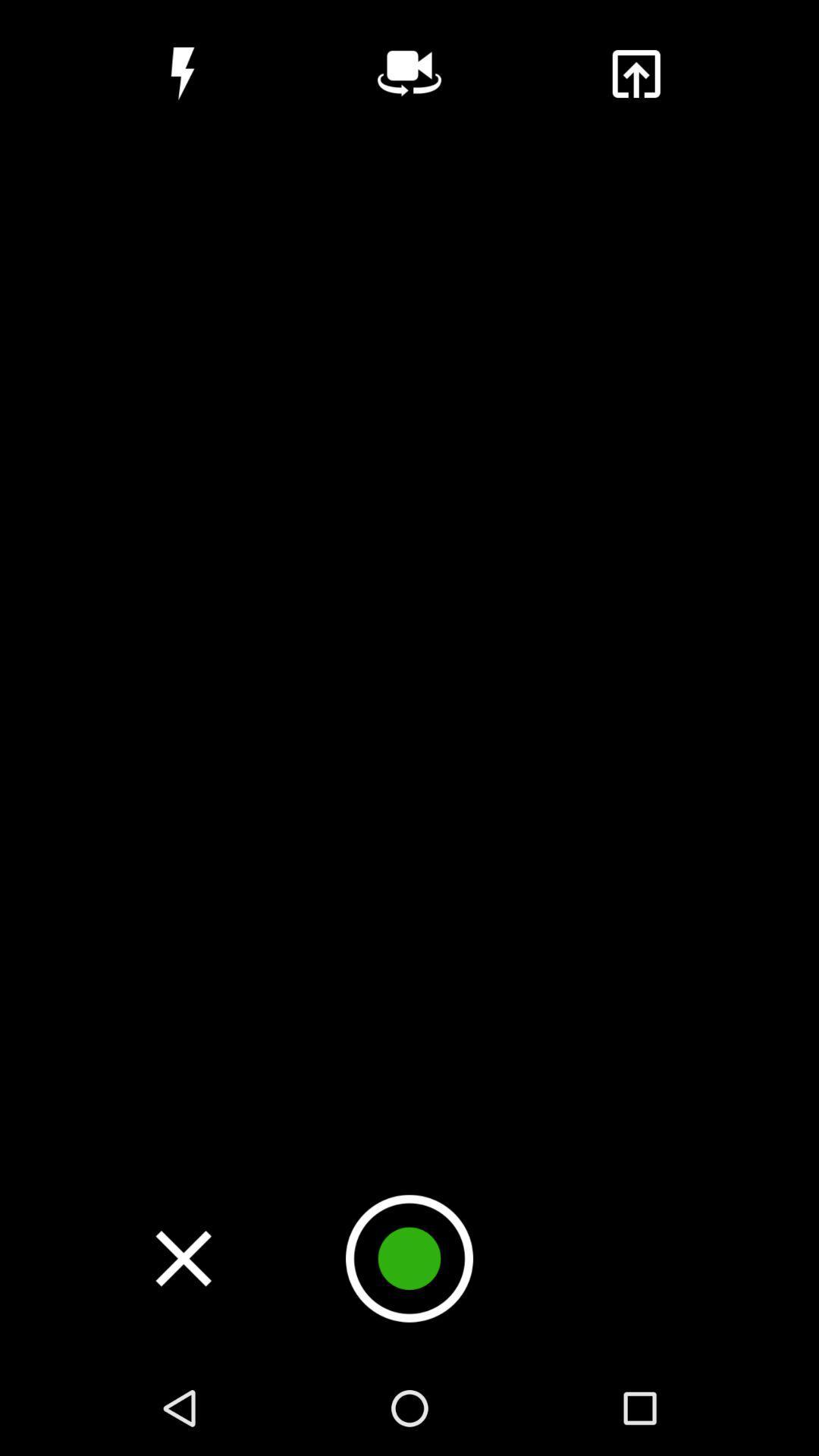 The image size is (819, 1456). What do you see at coordinates (183, 1258) in the screenshot?
I see `close` at bounding box center [183, 1258].